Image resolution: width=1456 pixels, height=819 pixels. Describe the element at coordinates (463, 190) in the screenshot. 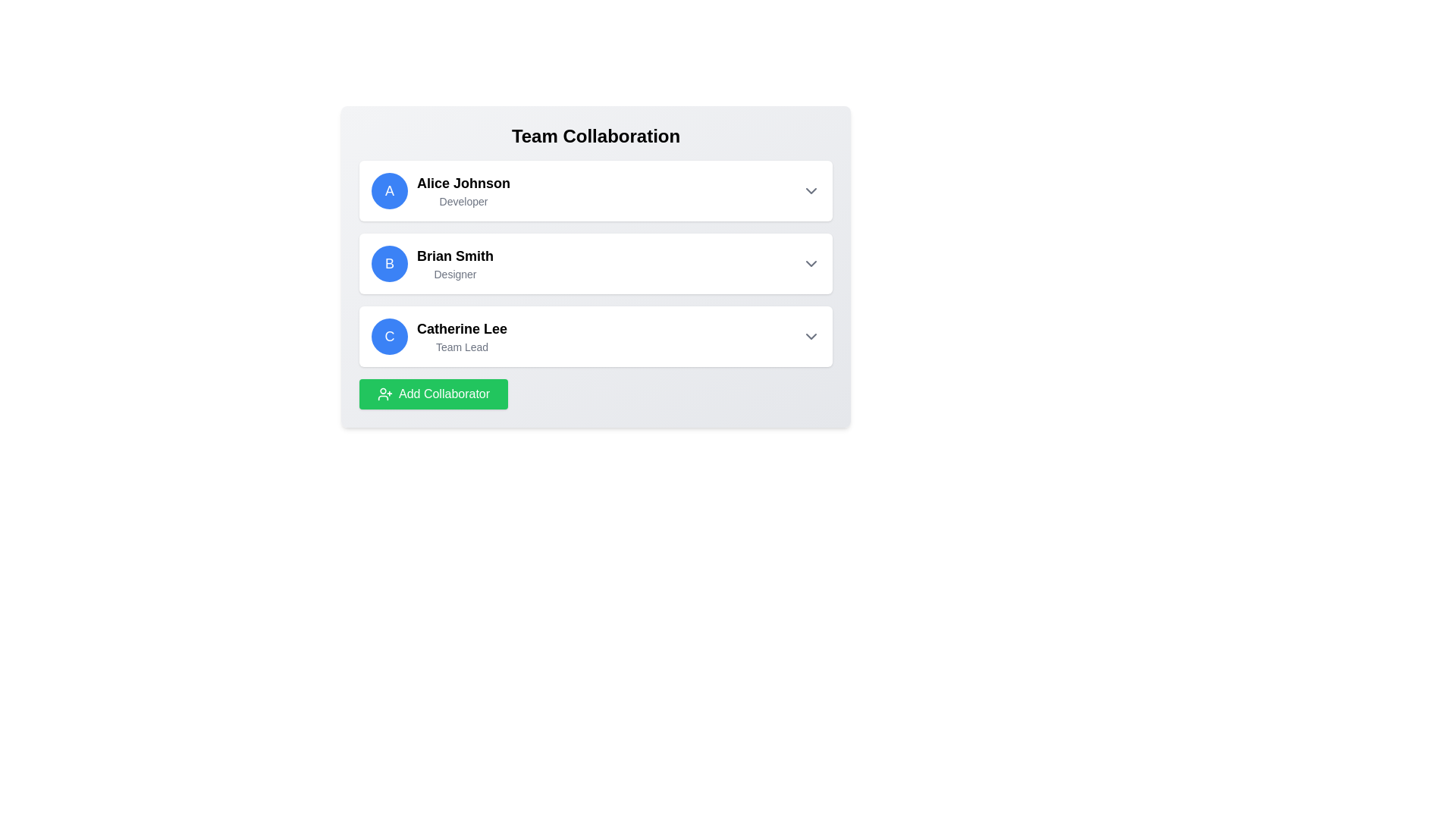

I see `the Text block that displays the name and role of a team member, positioned to the right of a circular blue icon with the letter 'A', as the first item in the vertical list within the 'Team Collaboration' card` at that location.